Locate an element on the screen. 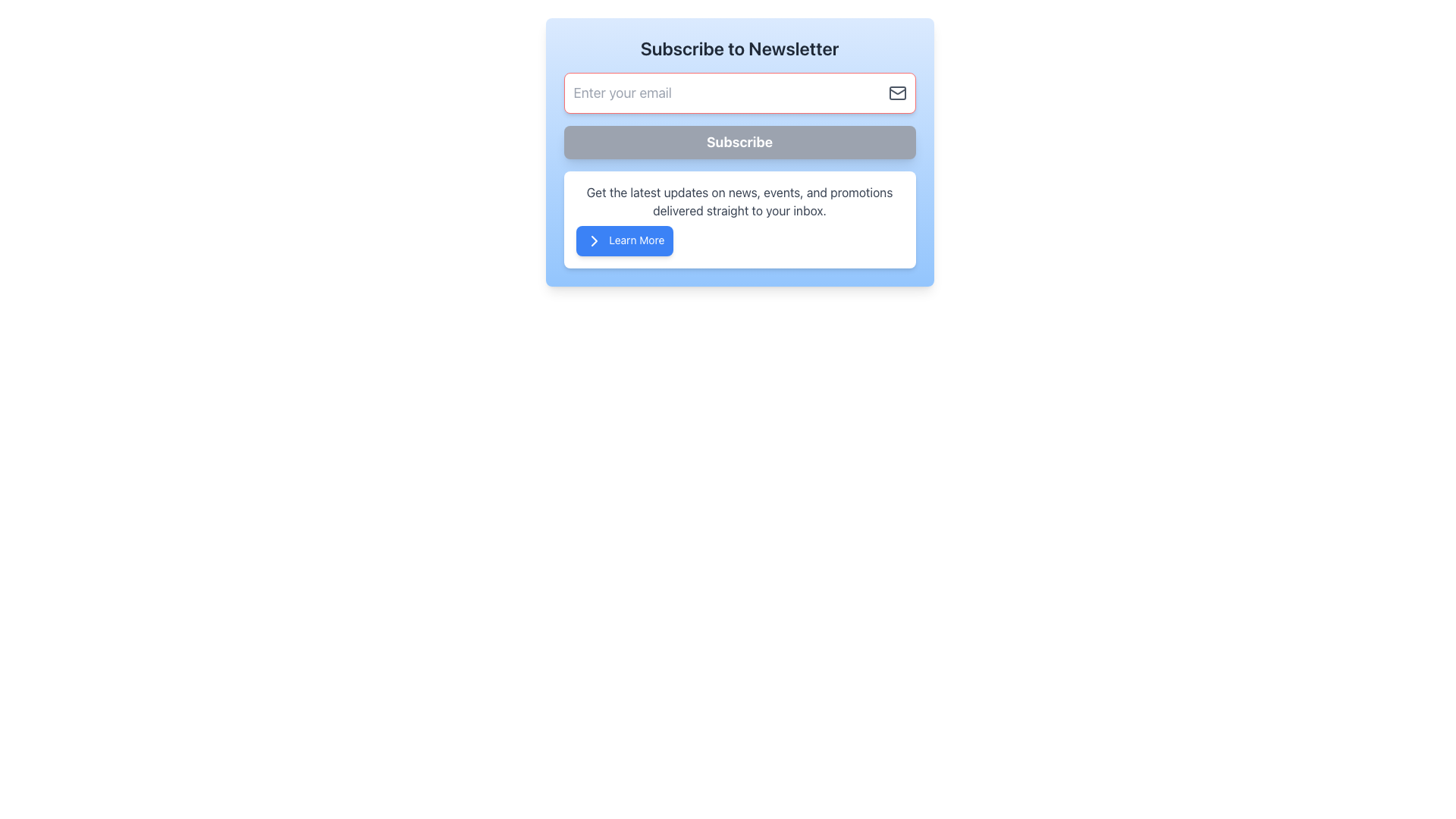 The image size is (1456, 819). the chevron icon in the upper-right quadrant of the interface, which indicates a clickable area for further navigation is located at coordinates (593, 240).